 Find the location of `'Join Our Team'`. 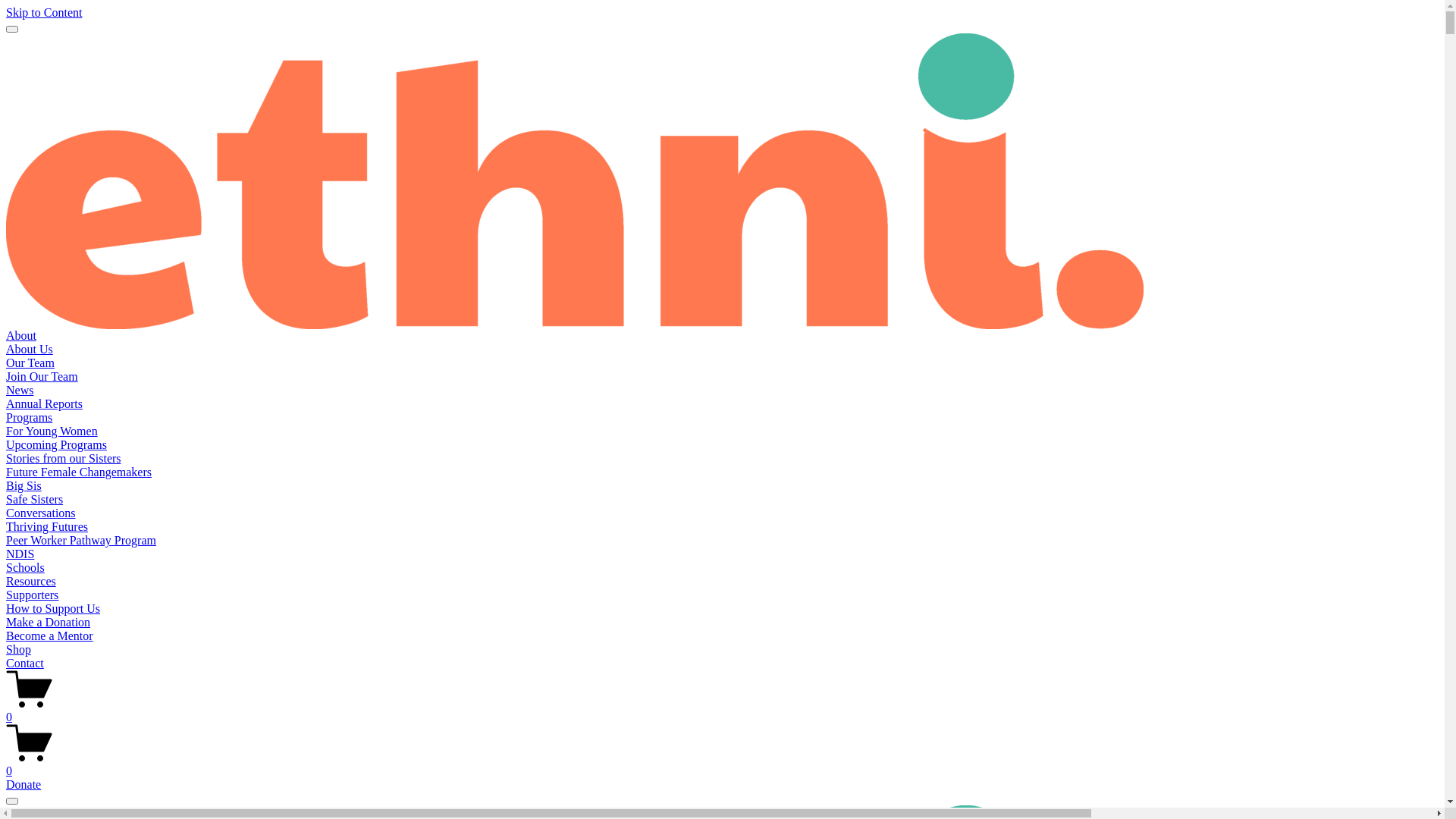

'Join Our Team' is located at coordinates (6, 375).